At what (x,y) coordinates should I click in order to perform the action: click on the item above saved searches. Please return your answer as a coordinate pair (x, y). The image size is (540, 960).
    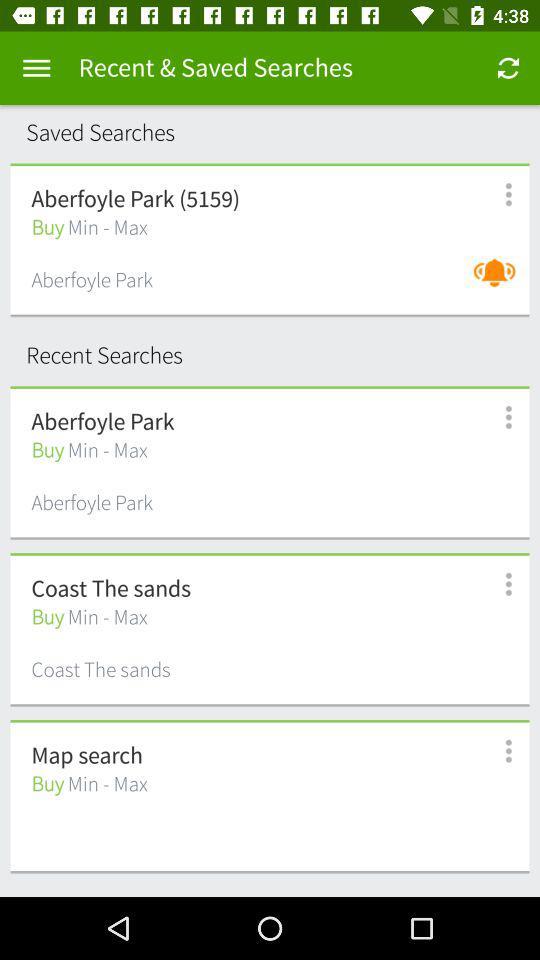
    Looking at the image, I should click on (36, 68).